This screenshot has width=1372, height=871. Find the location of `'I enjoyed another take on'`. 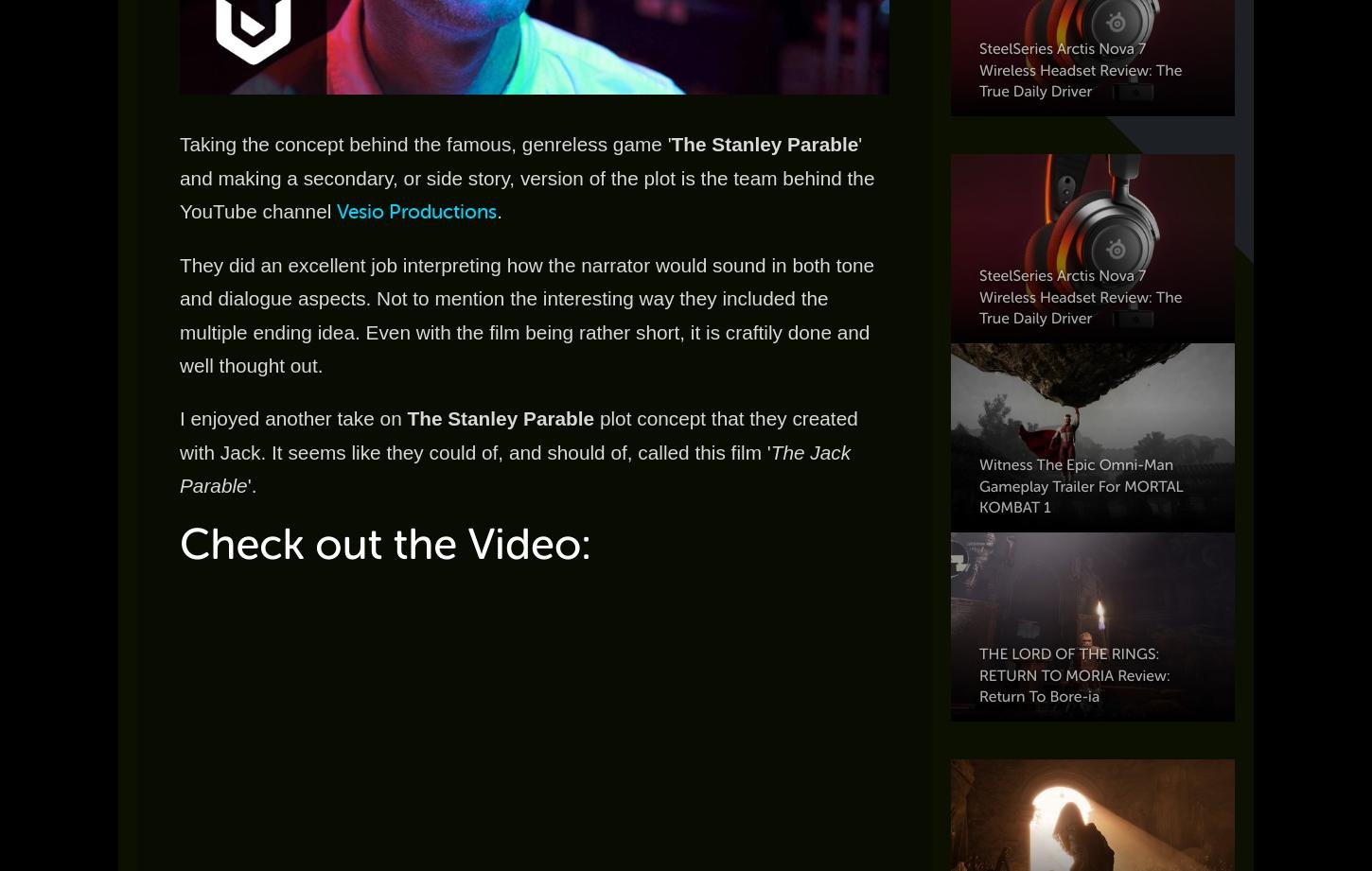

'I enjoyed another take on' is located at coordinates (293, 418).